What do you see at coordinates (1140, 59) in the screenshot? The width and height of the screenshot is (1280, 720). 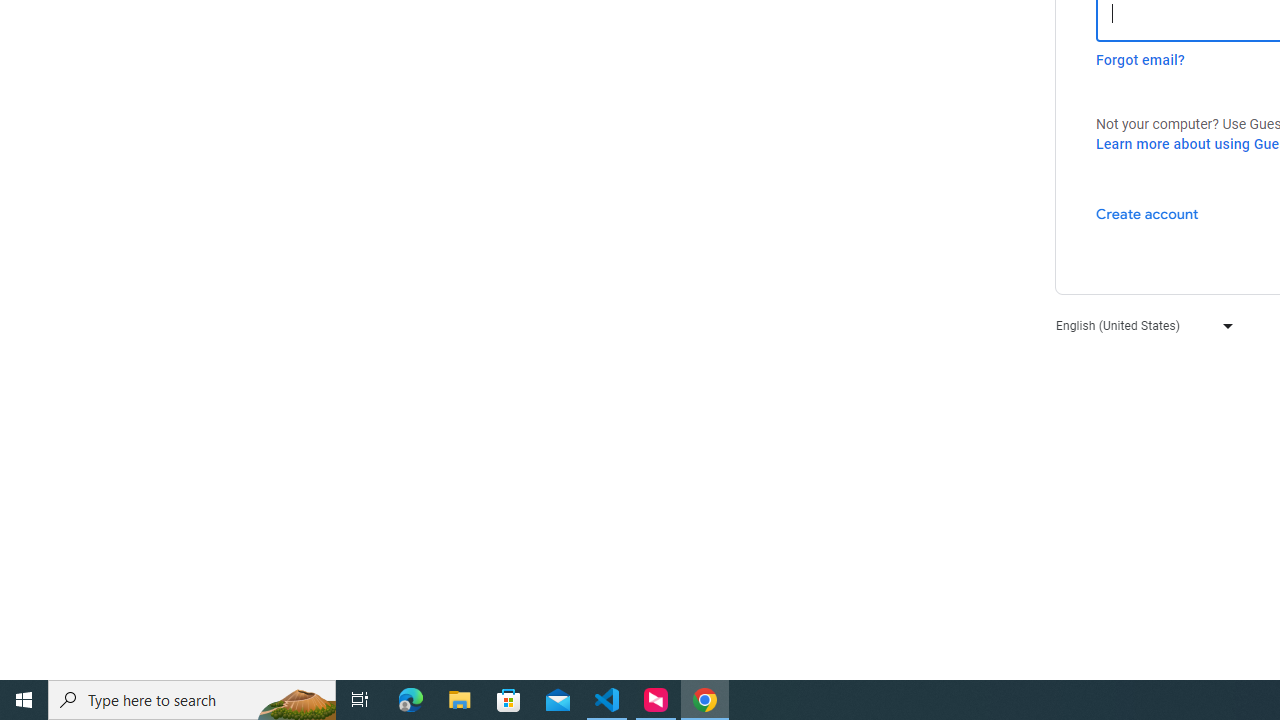 I see `'Forgot email?'` at bounding box center [1140, 59].